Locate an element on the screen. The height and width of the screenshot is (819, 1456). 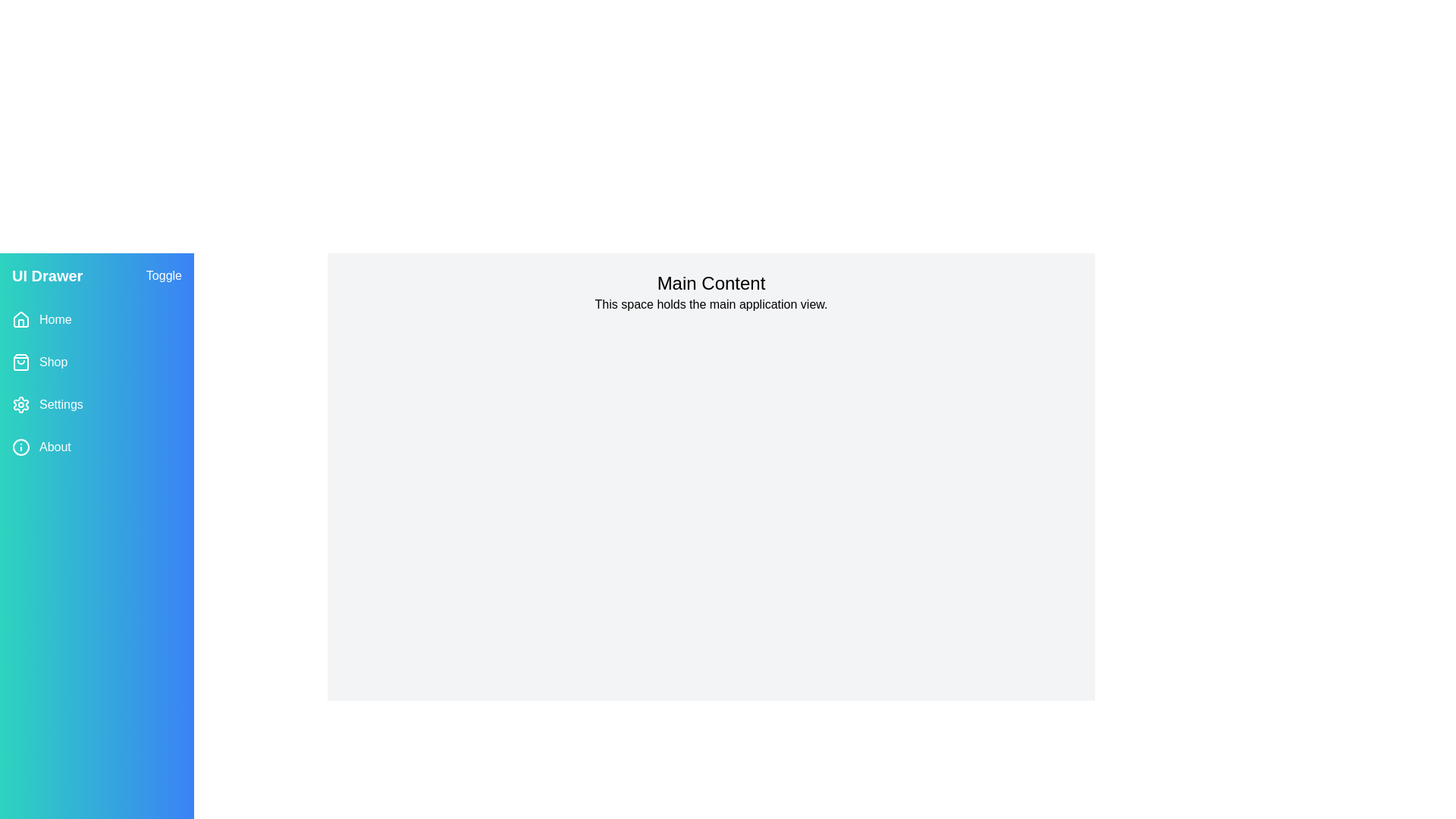
the menu item Shop from the drawer is located at coordinates (96, 362).